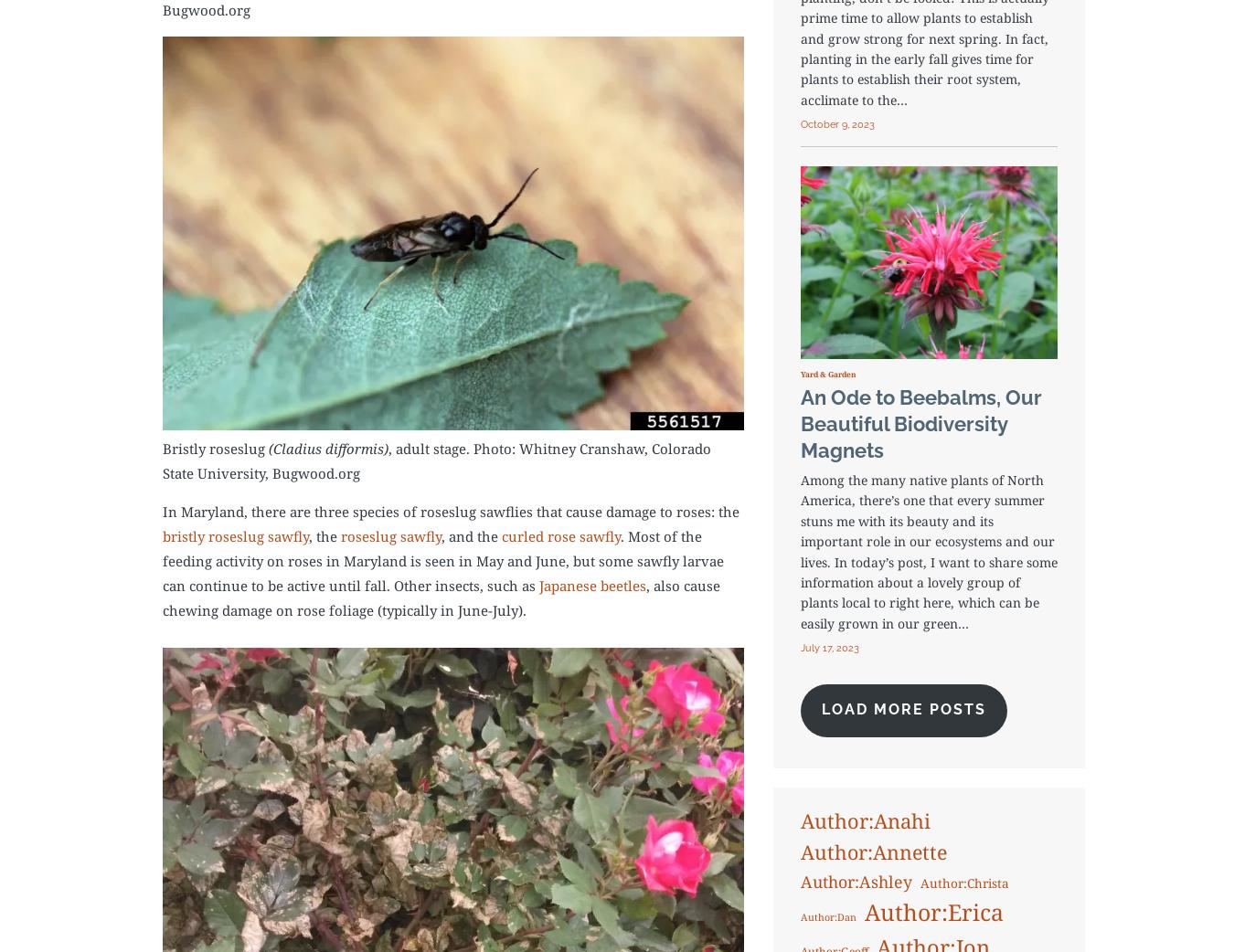 This screenshot has height=952, width=1234. Describe the element at coordinates (560, 534) in the screenshot. I see `'curled rose sawfly'` at that location.